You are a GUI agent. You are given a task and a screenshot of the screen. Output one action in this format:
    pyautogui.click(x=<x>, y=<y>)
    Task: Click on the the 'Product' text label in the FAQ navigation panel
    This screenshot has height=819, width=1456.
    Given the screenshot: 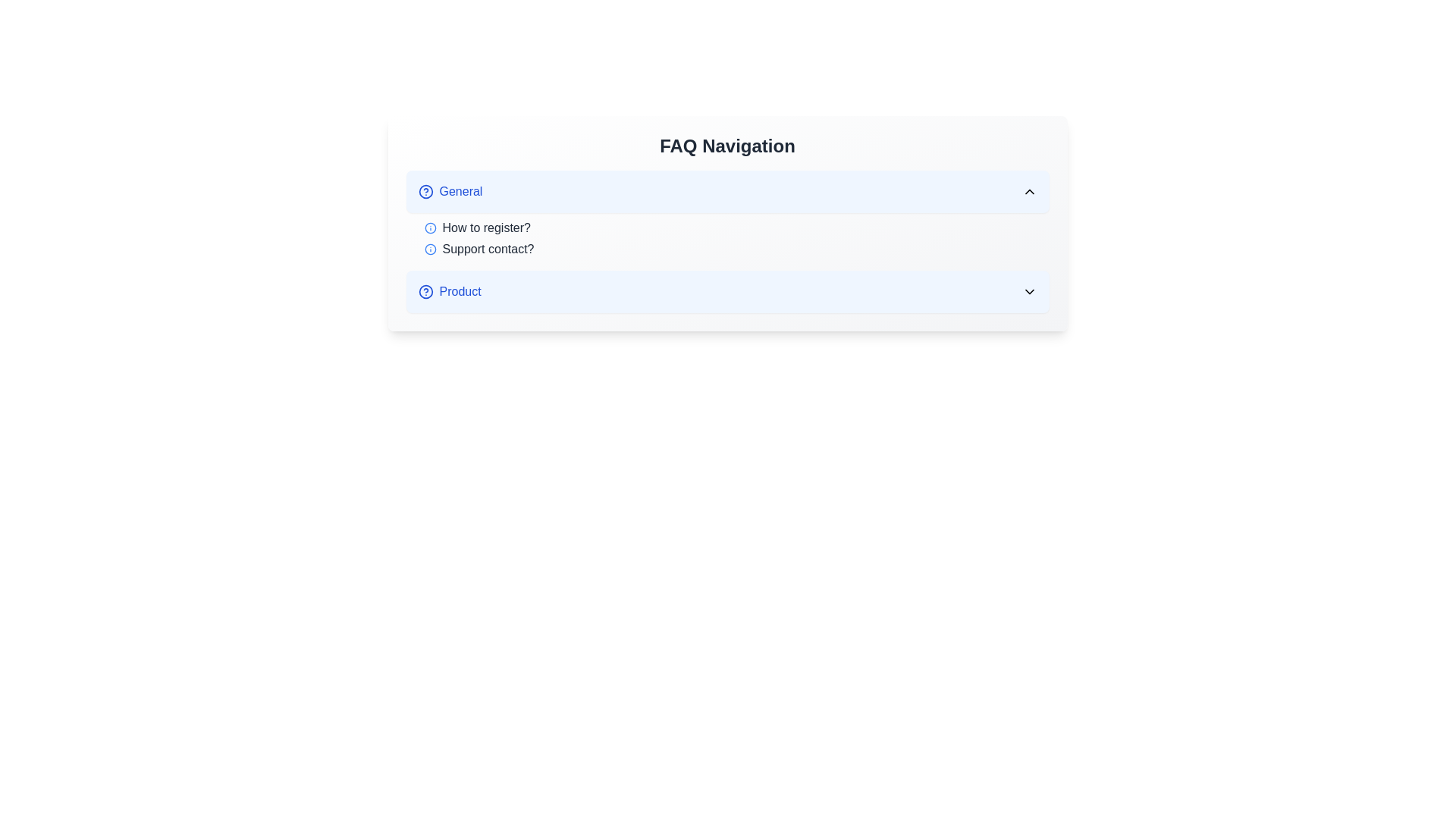 What is the action you would take?
    pyautogui.click(x=449, y=292)
    